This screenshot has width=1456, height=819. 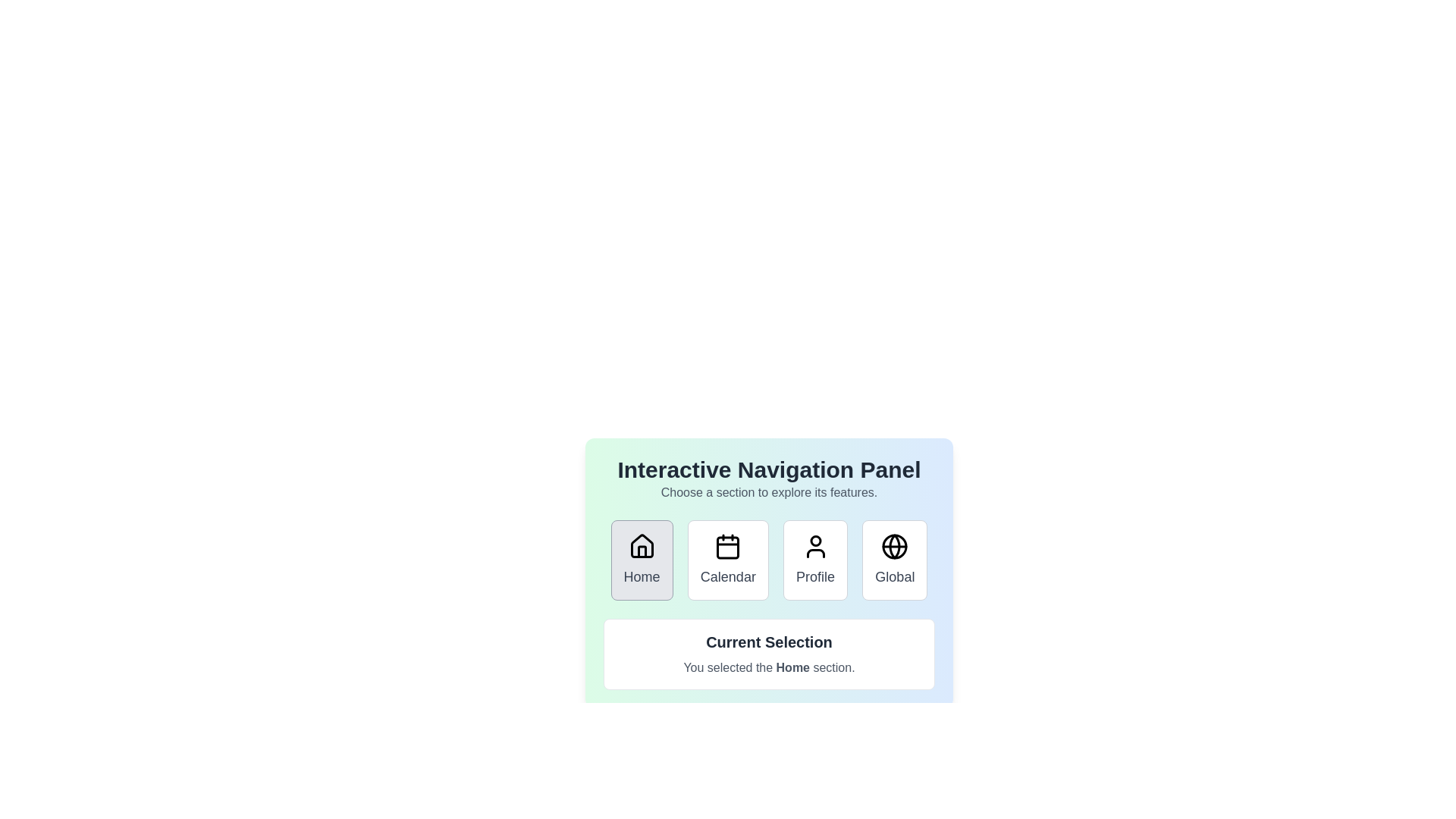 What do you see at coordinates (895, 576) in the screenshot?
I see `text content of the descriptive label located at the bottom section of the 'Global' card, situated beneath the globe icon in the interactive navigation panel` at bounding box center [895, 576].